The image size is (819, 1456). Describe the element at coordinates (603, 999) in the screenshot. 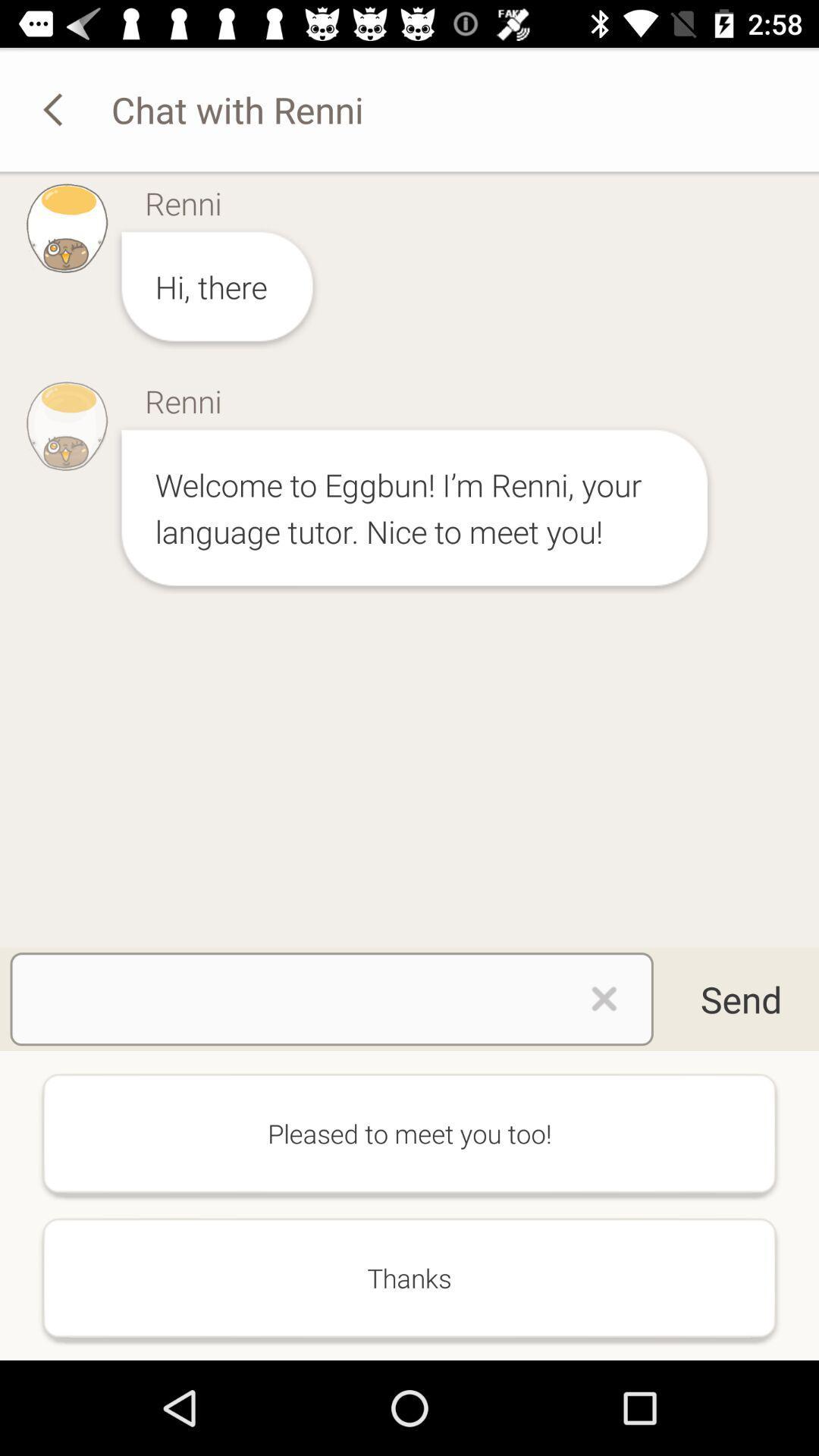

I see `the close icon` at that location.